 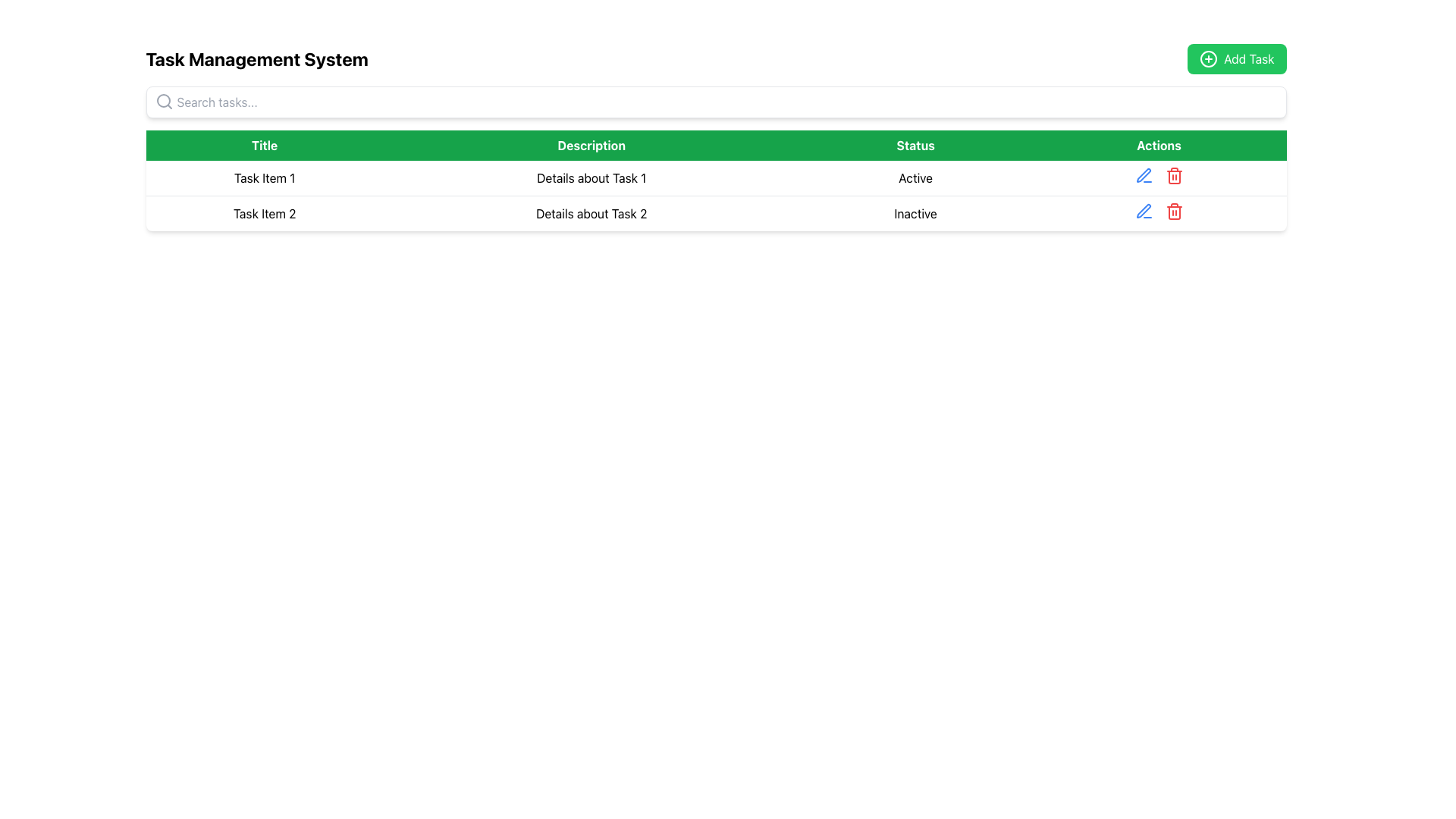 I want to click on the 'Actions' text label in the fourth column header of the table, which has a vibrant green background and white font, so click(x=1158, y=146).